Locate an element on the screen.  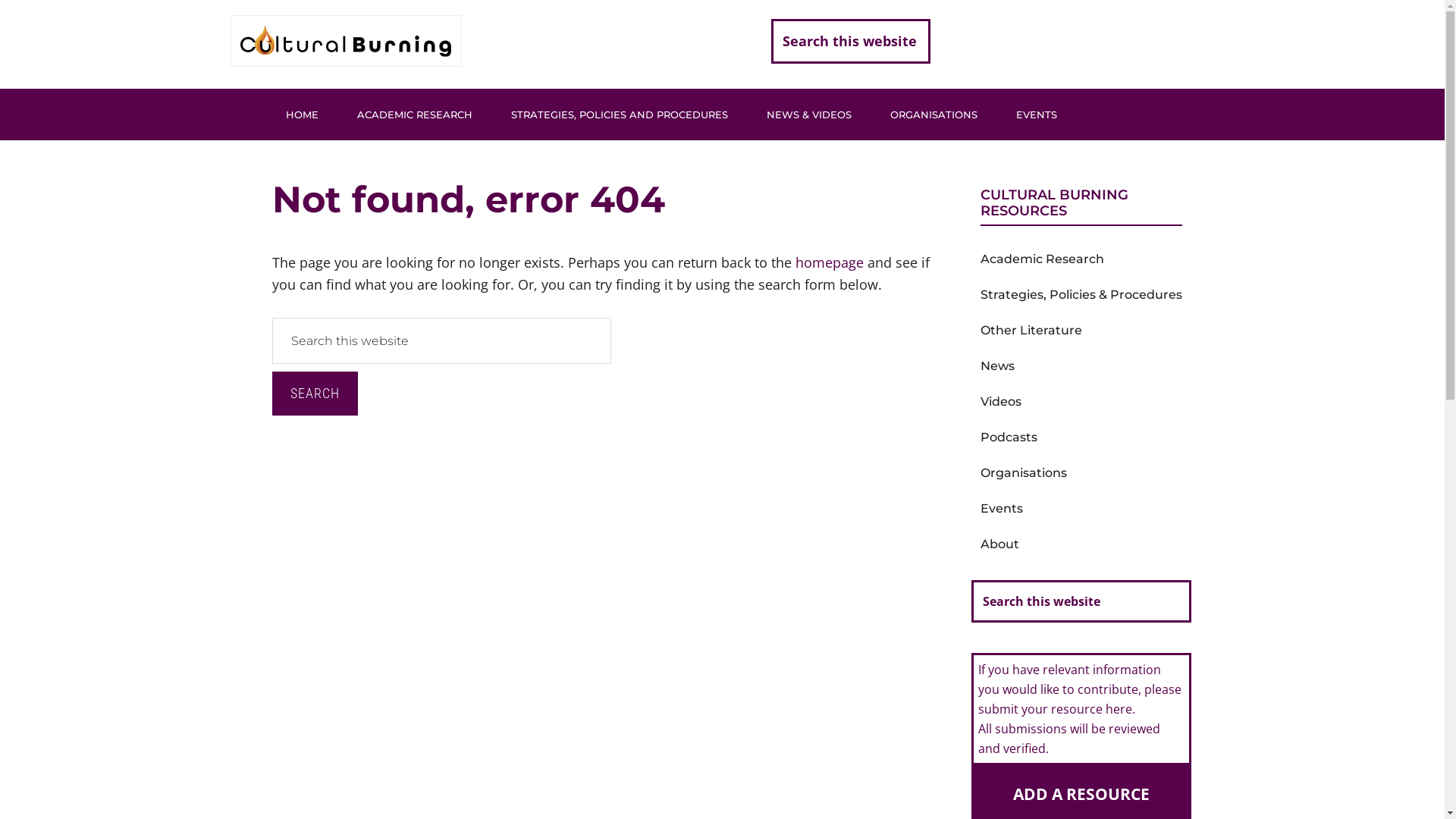
'Podcasts' is located at coordinates (1008, 437).